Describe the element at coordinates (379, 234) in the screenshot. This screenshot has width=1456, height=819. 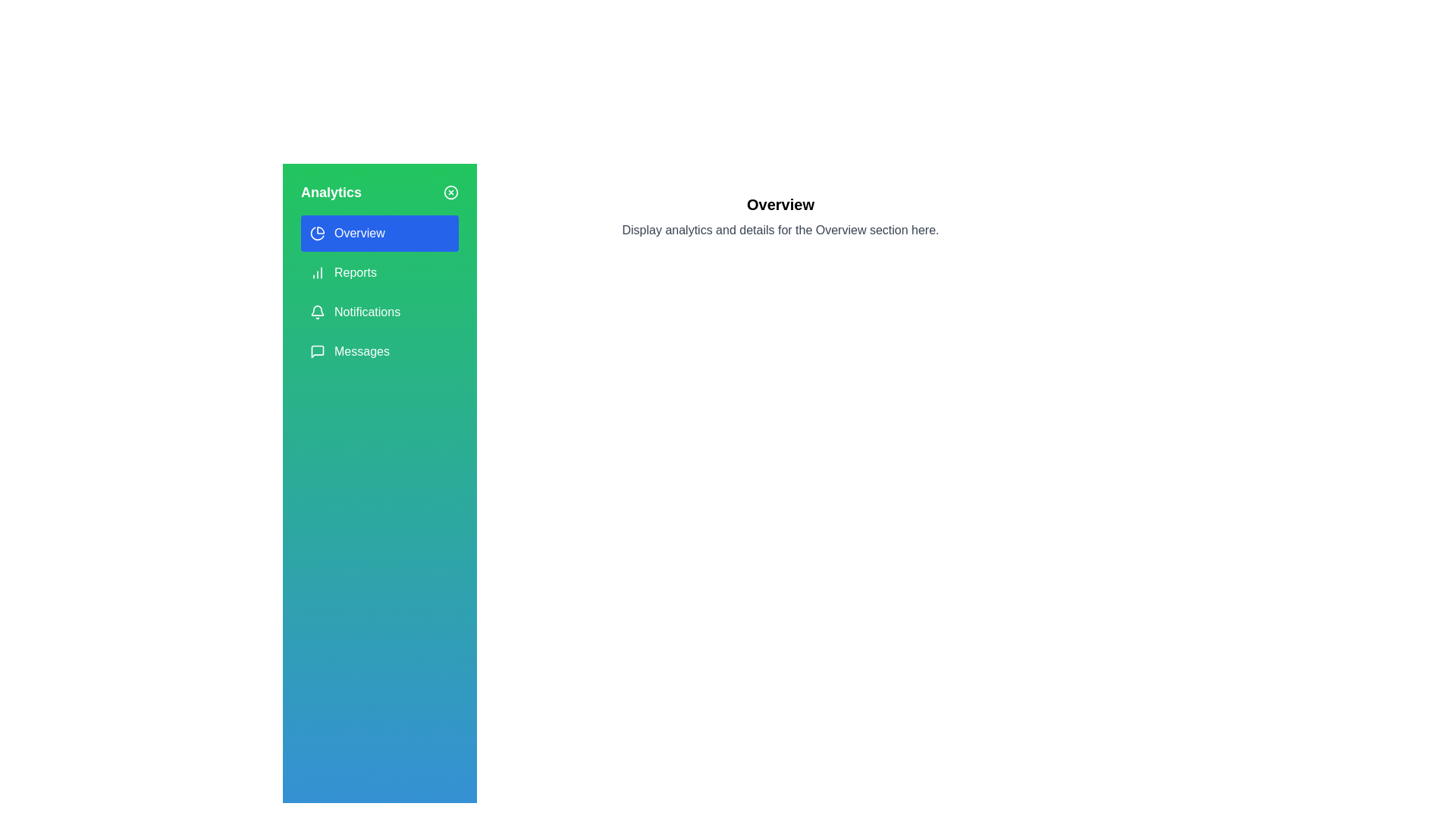
I see `the menu option corresponding to Overview` at that location.